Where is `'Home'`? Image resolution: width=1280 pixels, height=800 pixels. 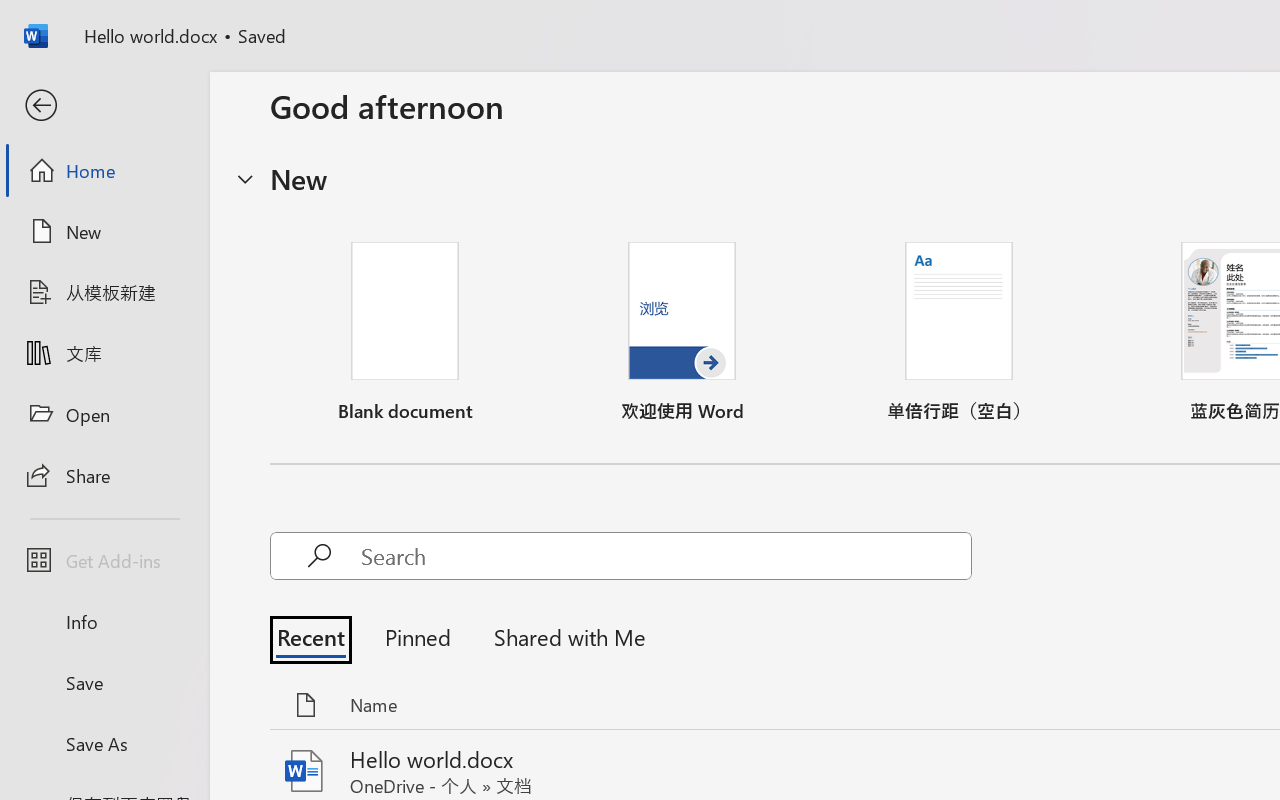
'Home' is located at coordinates (103, 169).